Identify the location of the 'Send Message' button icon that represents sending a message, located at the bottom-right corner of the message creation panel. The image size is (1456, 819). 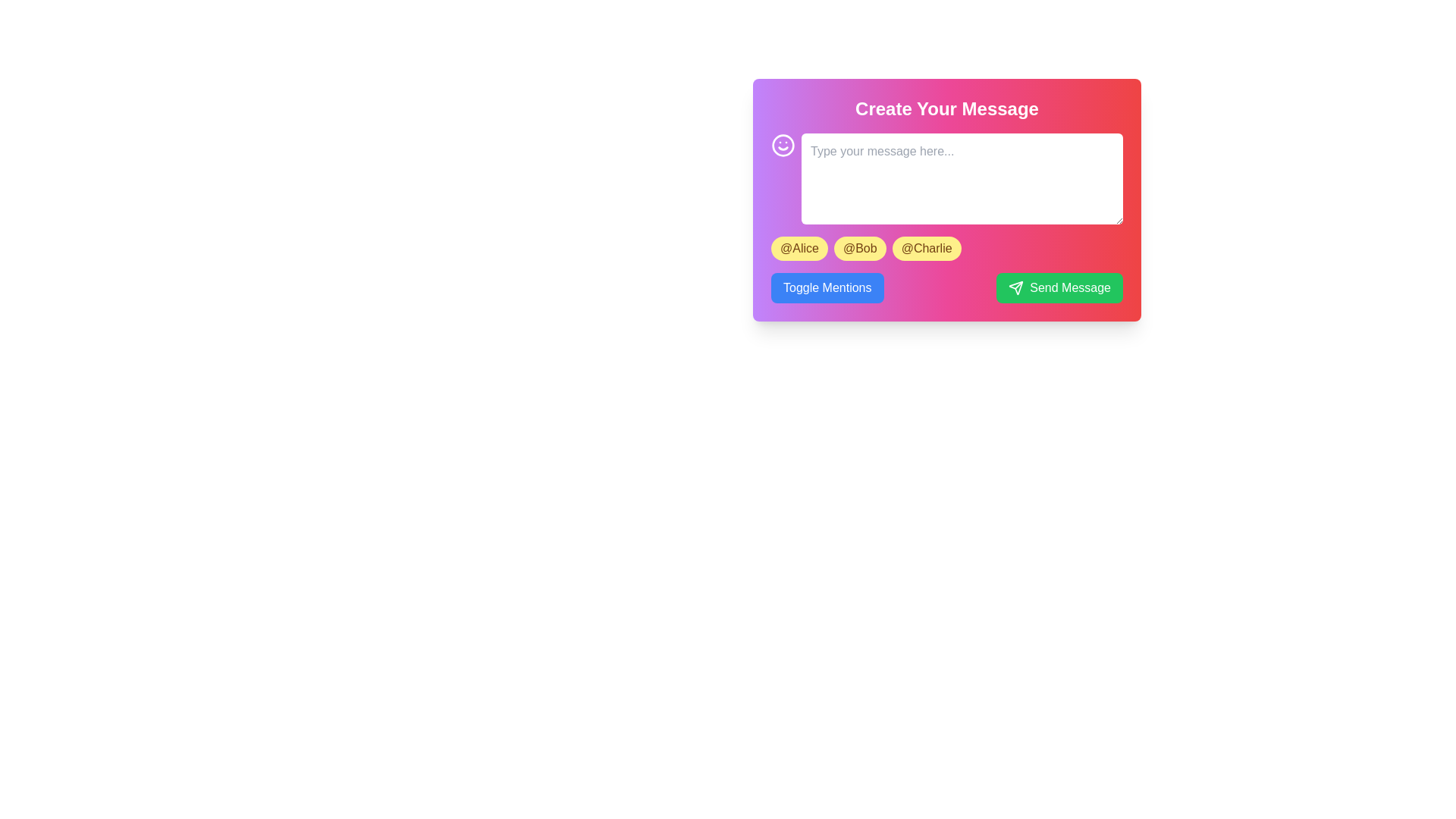
(1016, 288).